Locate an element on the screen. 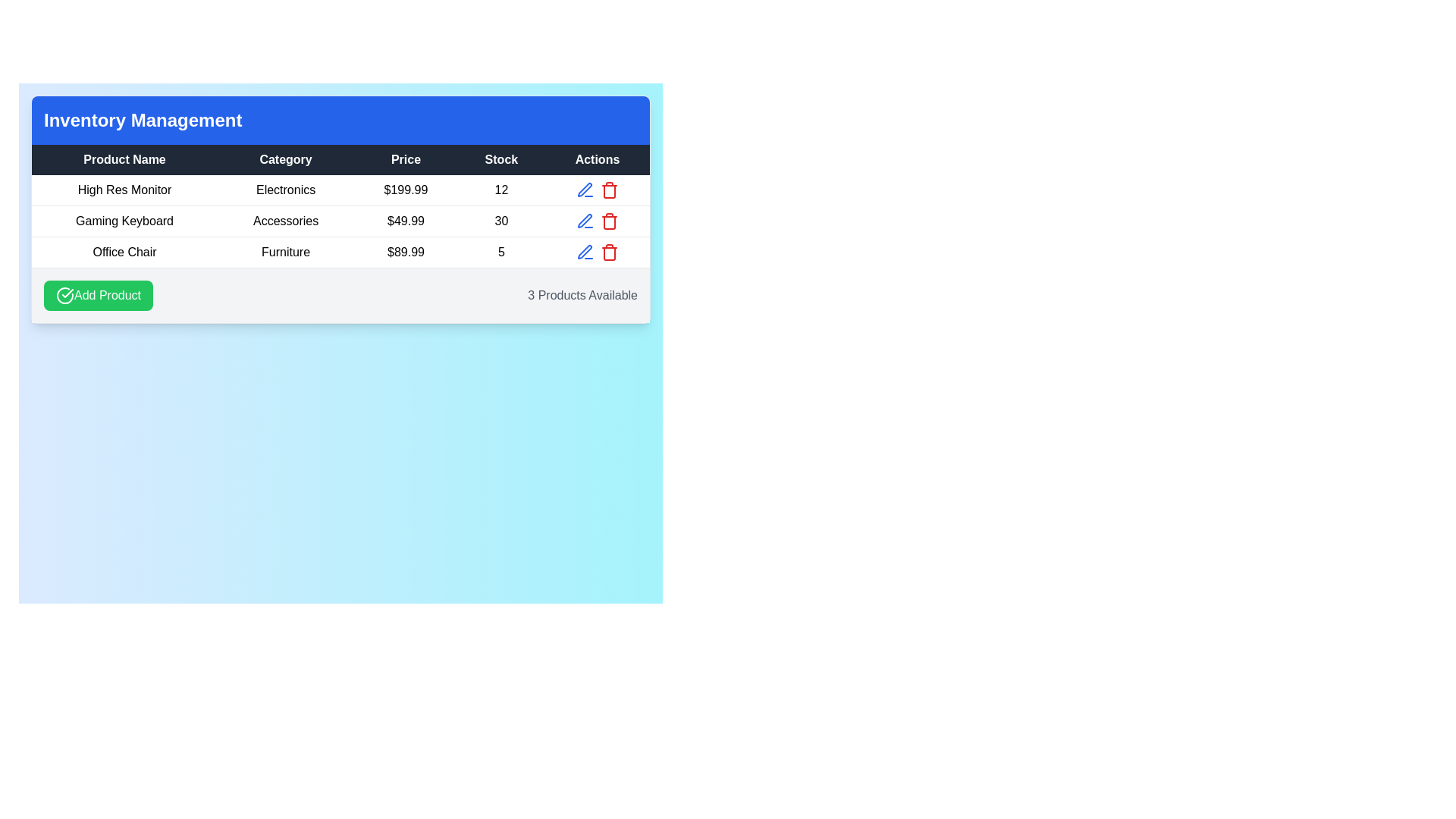  the label displaying 'Gaming Keyboard' in the second row of the product management table under the 'Product Name' column is located at coordinates (124, 221).